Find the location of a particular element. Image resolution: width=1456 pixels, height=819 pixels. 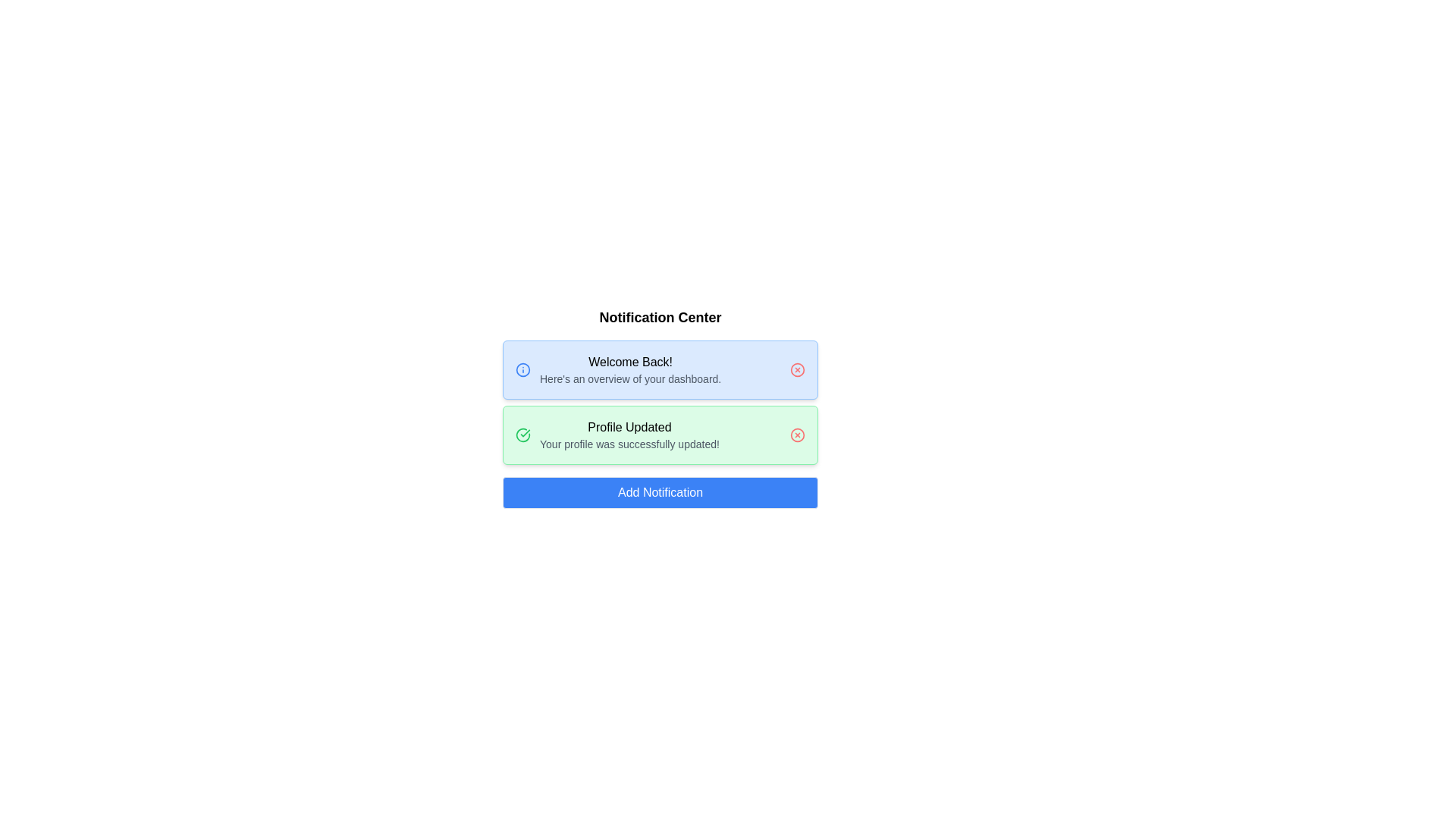

the bold text label displaying 'Welcome Back!' which is prominently placed against a light blue background is located at coordinates (630, 362).